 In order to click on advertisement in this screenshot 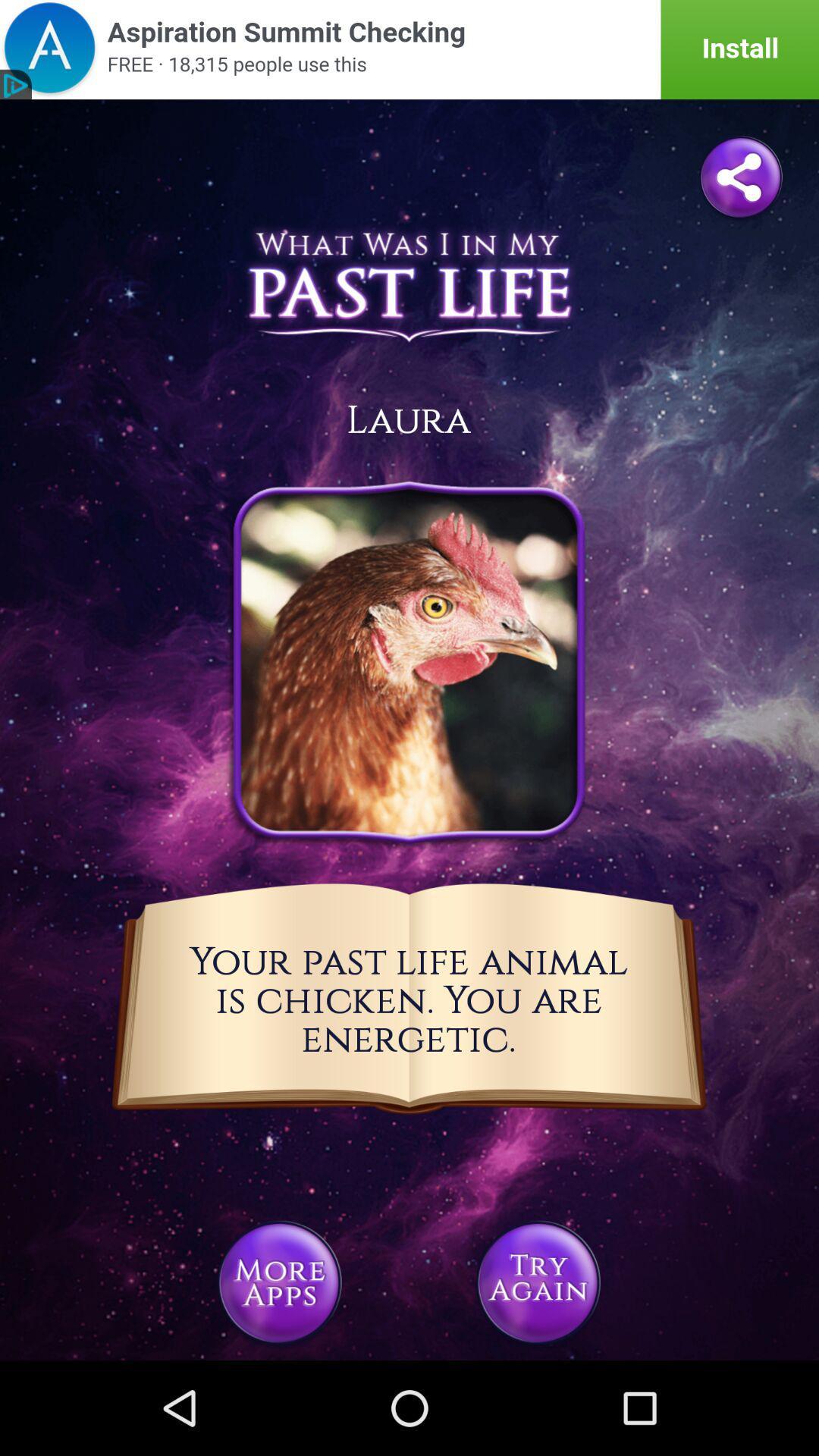, I will do `click(409, 49)`.